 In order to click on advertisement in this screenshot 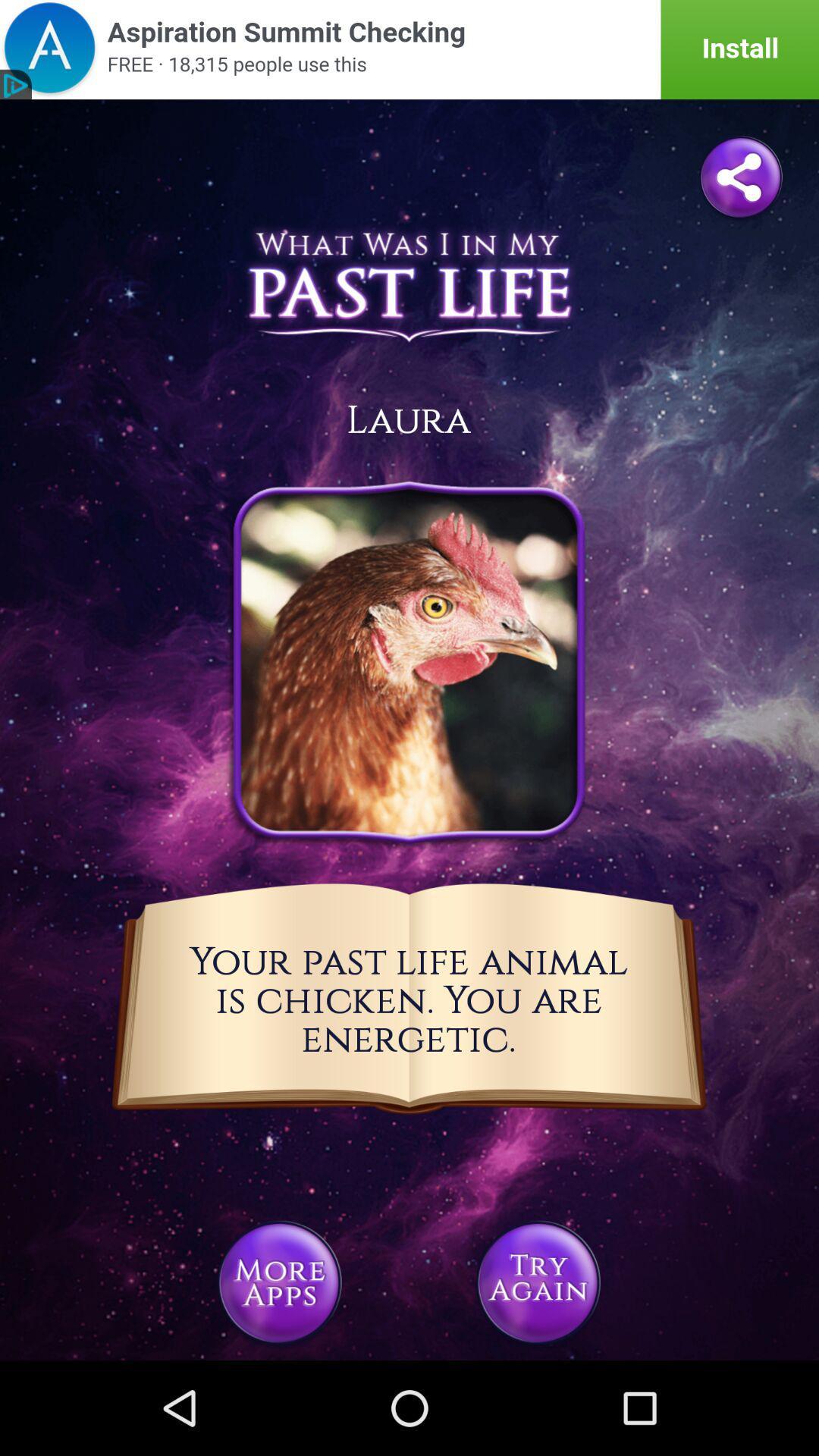, I will do `click(409, 49)`.